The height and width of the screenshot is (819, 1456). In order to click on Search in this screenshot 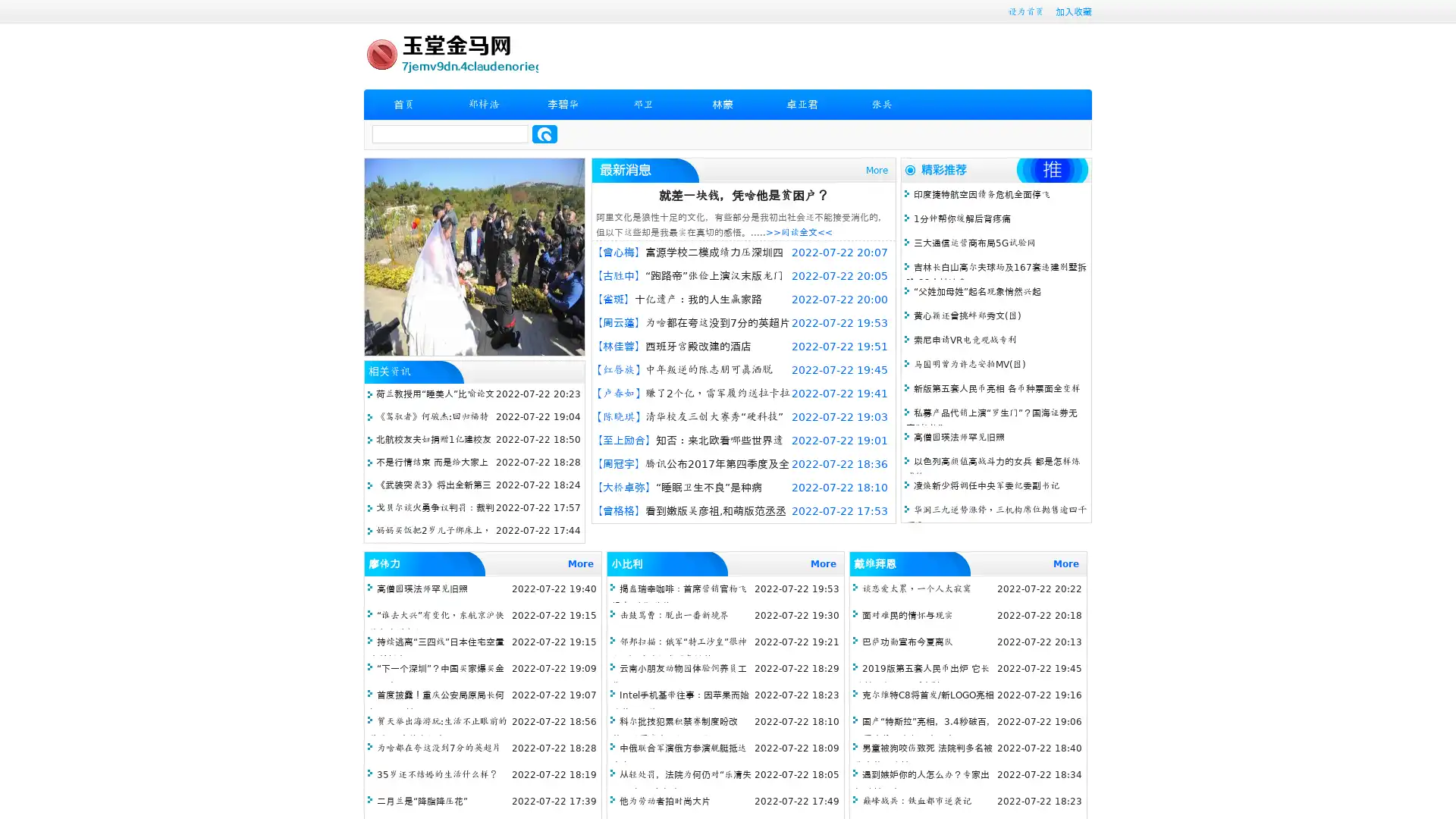, I will do `click(544, 133)`.